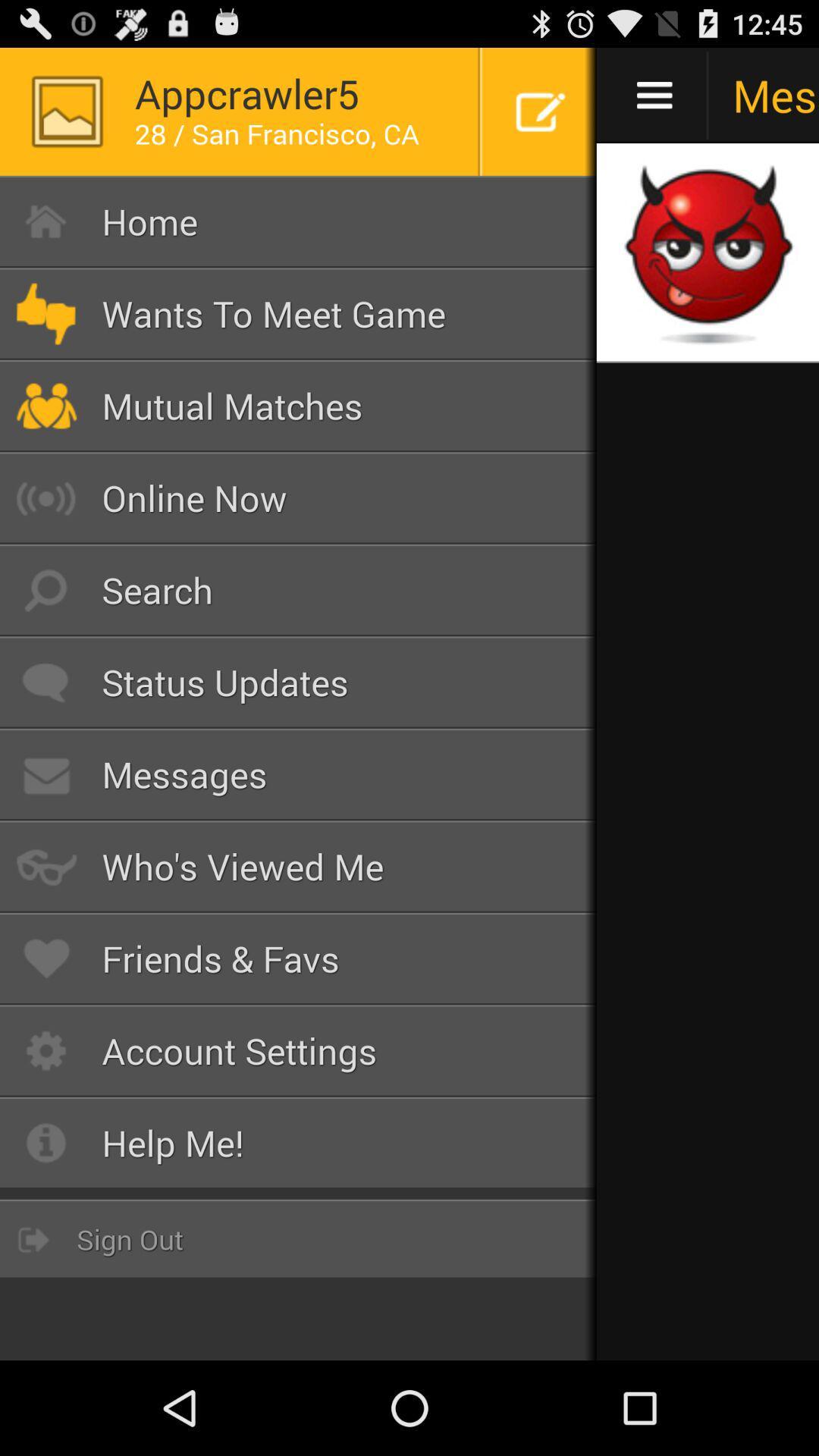 This screenshot has width=819, height=1456. Describe the element at coordinates (298, 221) in the screenshot. I see `button above wants to meet icon` at that location.